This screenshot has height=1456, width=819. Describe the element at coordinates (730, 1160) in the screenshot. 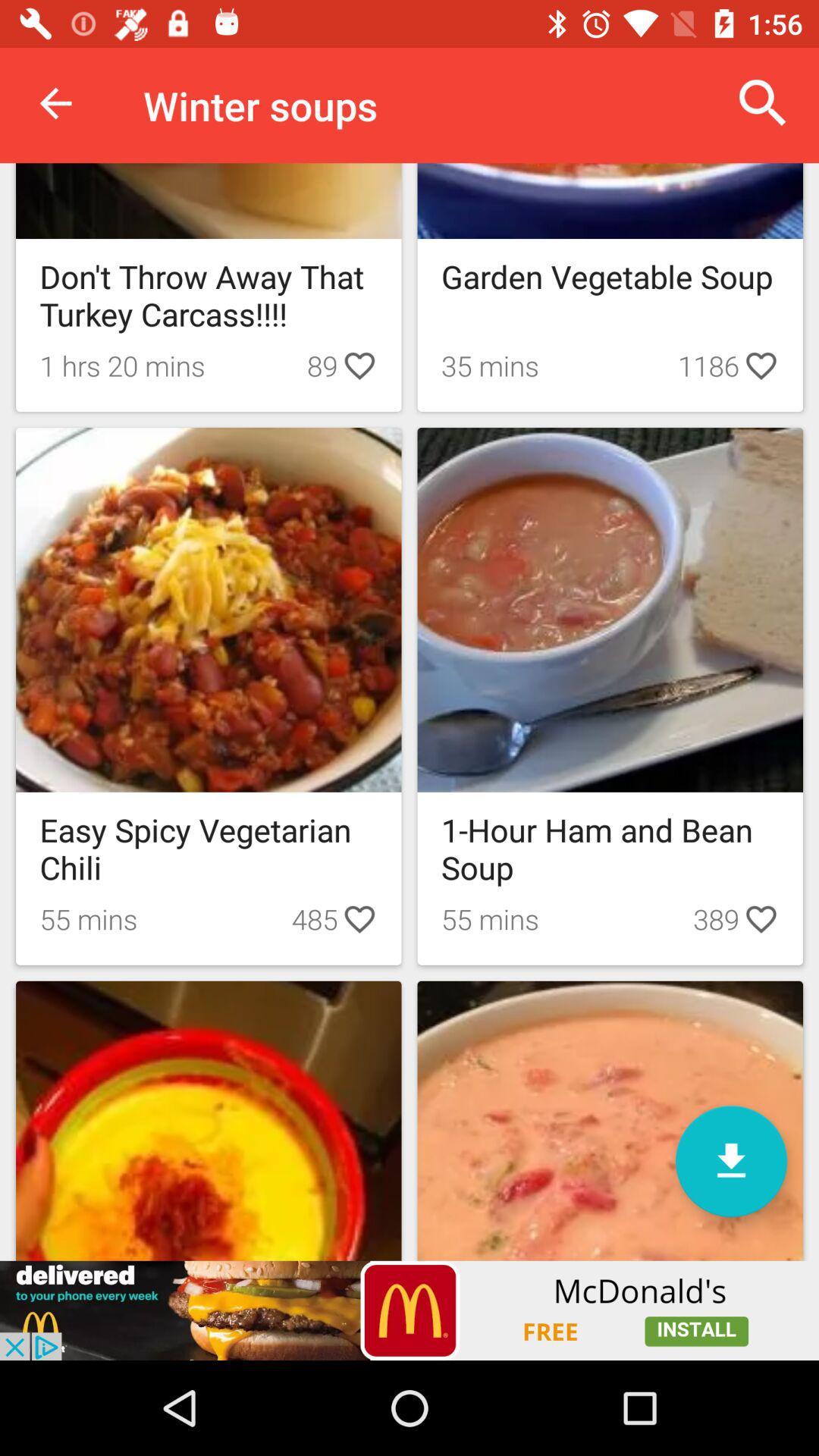

I see `the file_download icon` at that location.